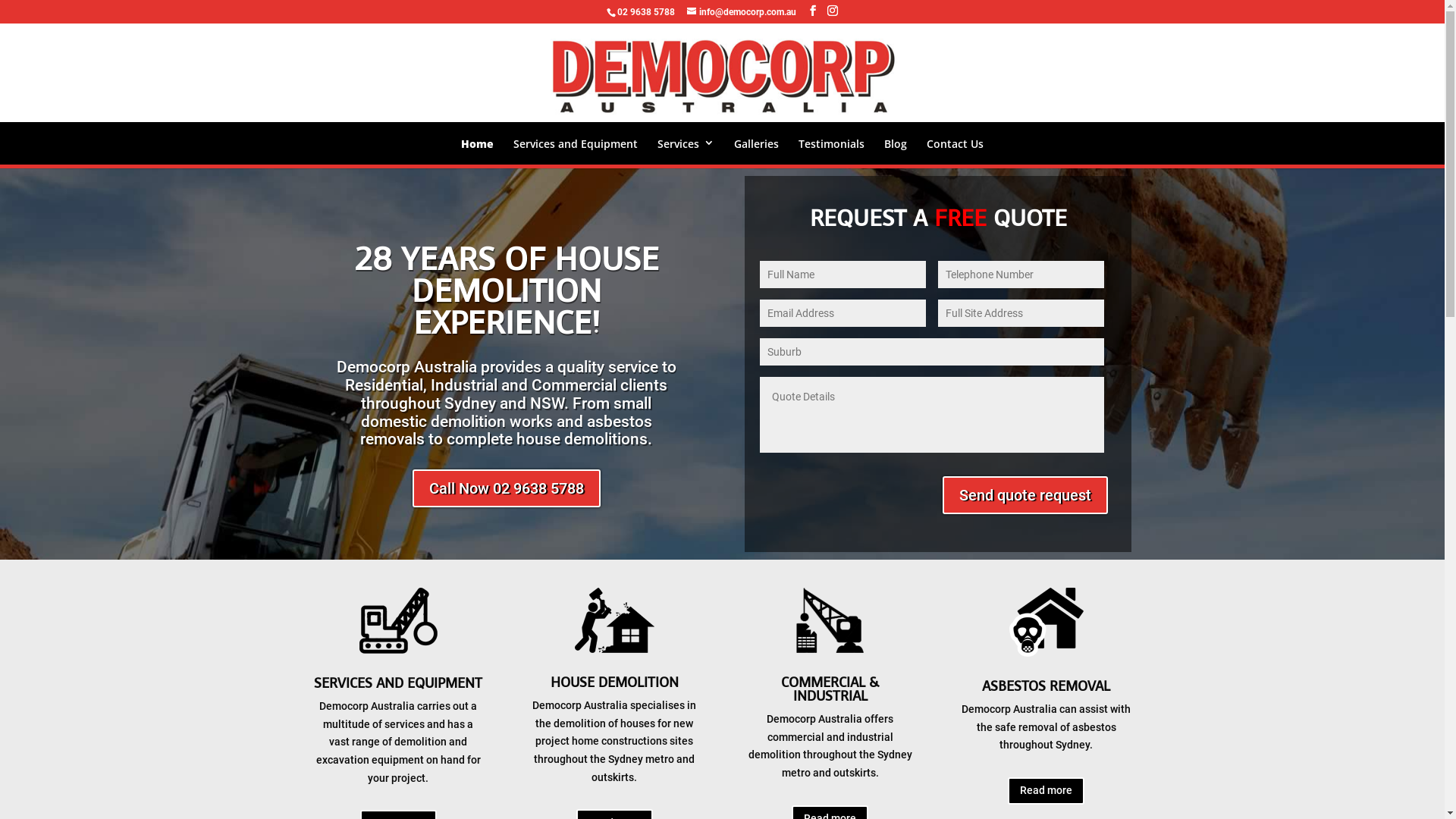 This screenshot has width=1456, height=819. Describe the element at coordinates (756, 143) in the screenshot. I see `'Galleries'` at that location.